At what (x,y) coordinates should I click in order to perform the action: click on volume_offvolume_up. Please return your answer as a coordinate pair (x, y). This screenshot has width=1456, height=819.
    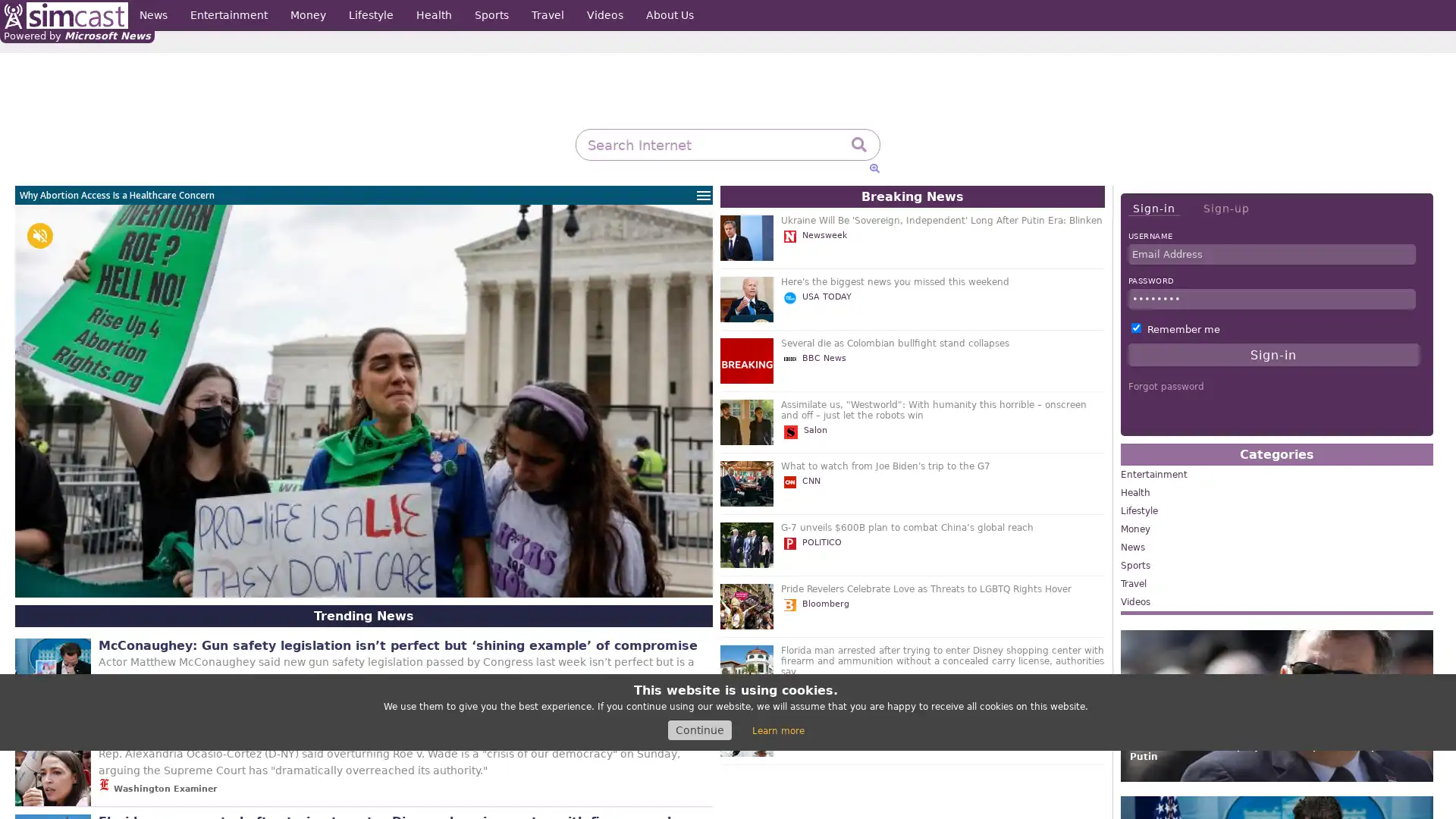
    Looking at the image, I should click on (39, 236).